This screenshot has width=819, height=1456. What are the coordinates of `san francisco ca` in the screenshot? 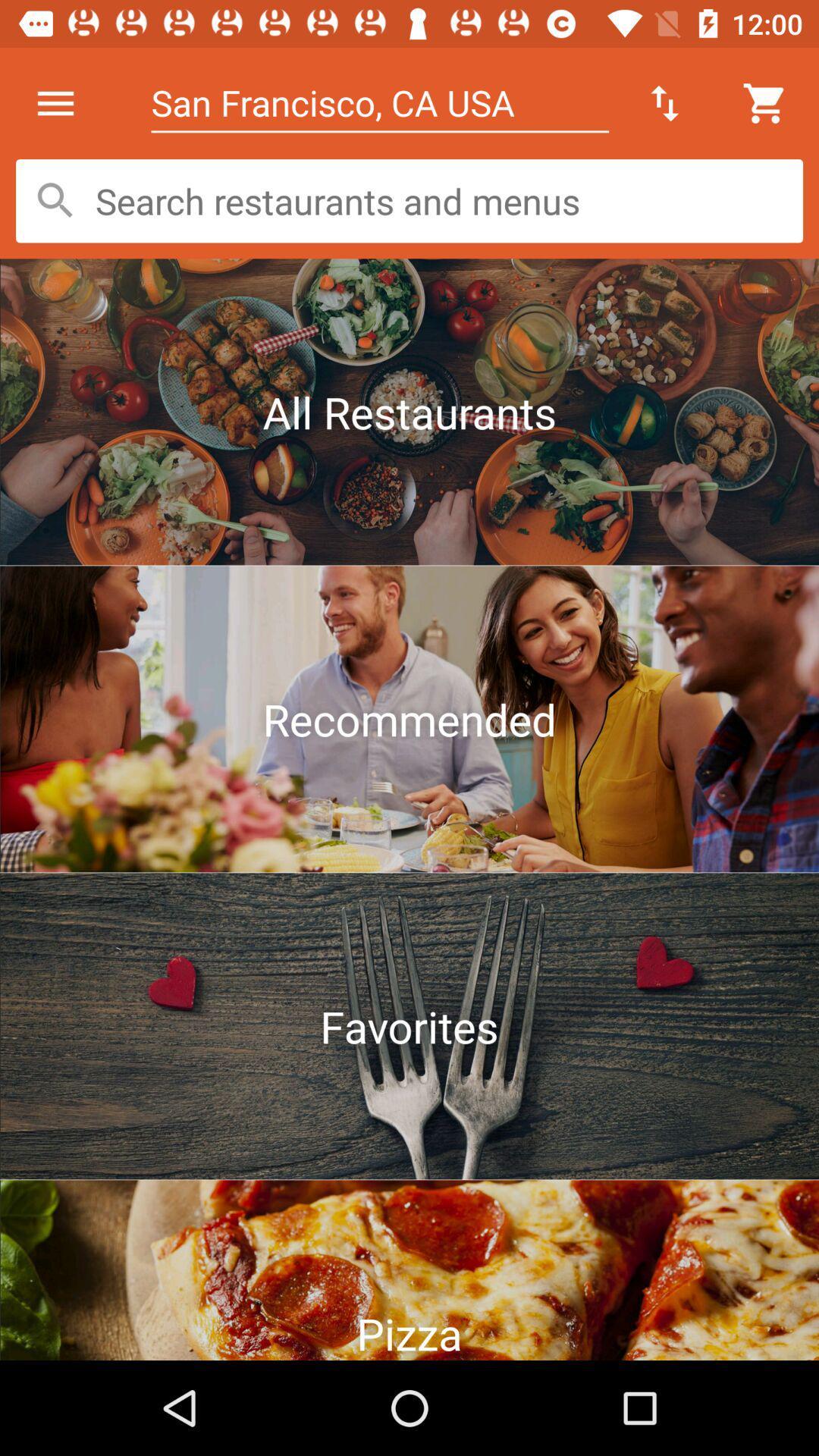 It's located at (379, 102).